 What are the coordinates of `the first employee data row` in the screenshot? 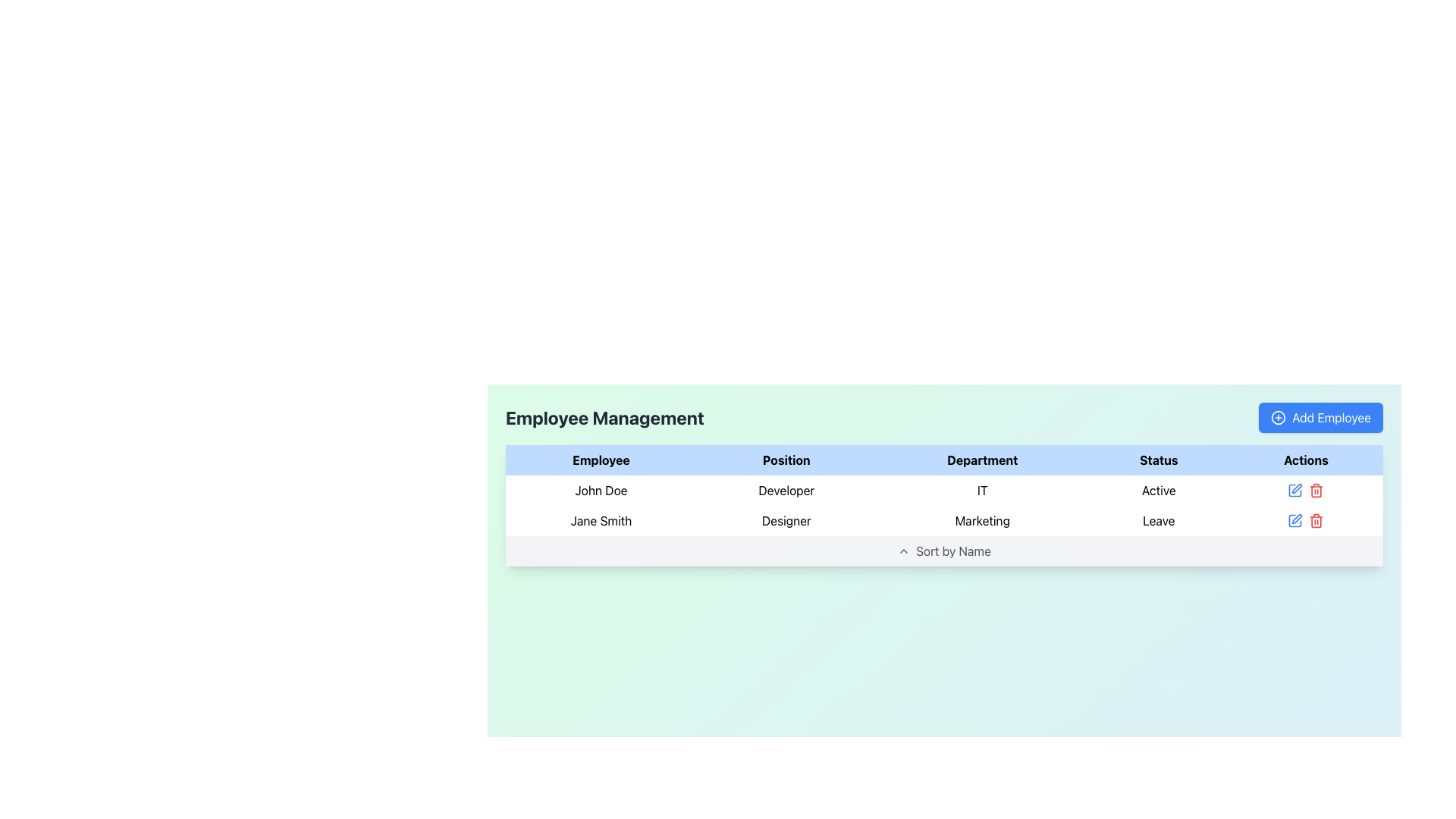 It's located at (943, 491).